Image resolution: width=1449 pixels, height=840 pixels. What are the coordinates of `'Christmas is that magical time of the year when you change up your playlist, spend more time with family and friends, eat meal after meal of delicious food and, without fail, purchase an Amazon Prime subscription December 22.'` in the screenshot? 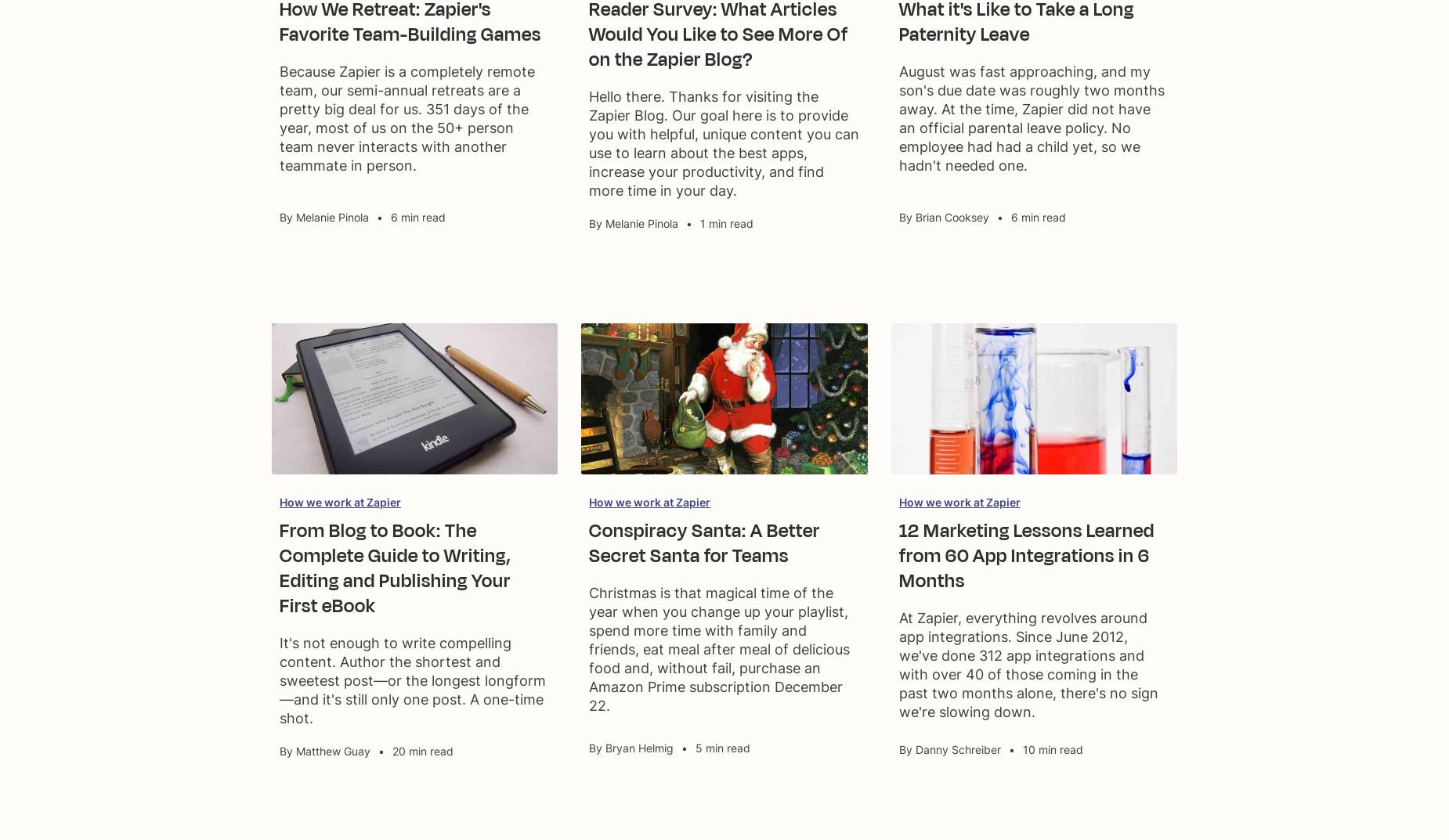 It's located at (719, 649).